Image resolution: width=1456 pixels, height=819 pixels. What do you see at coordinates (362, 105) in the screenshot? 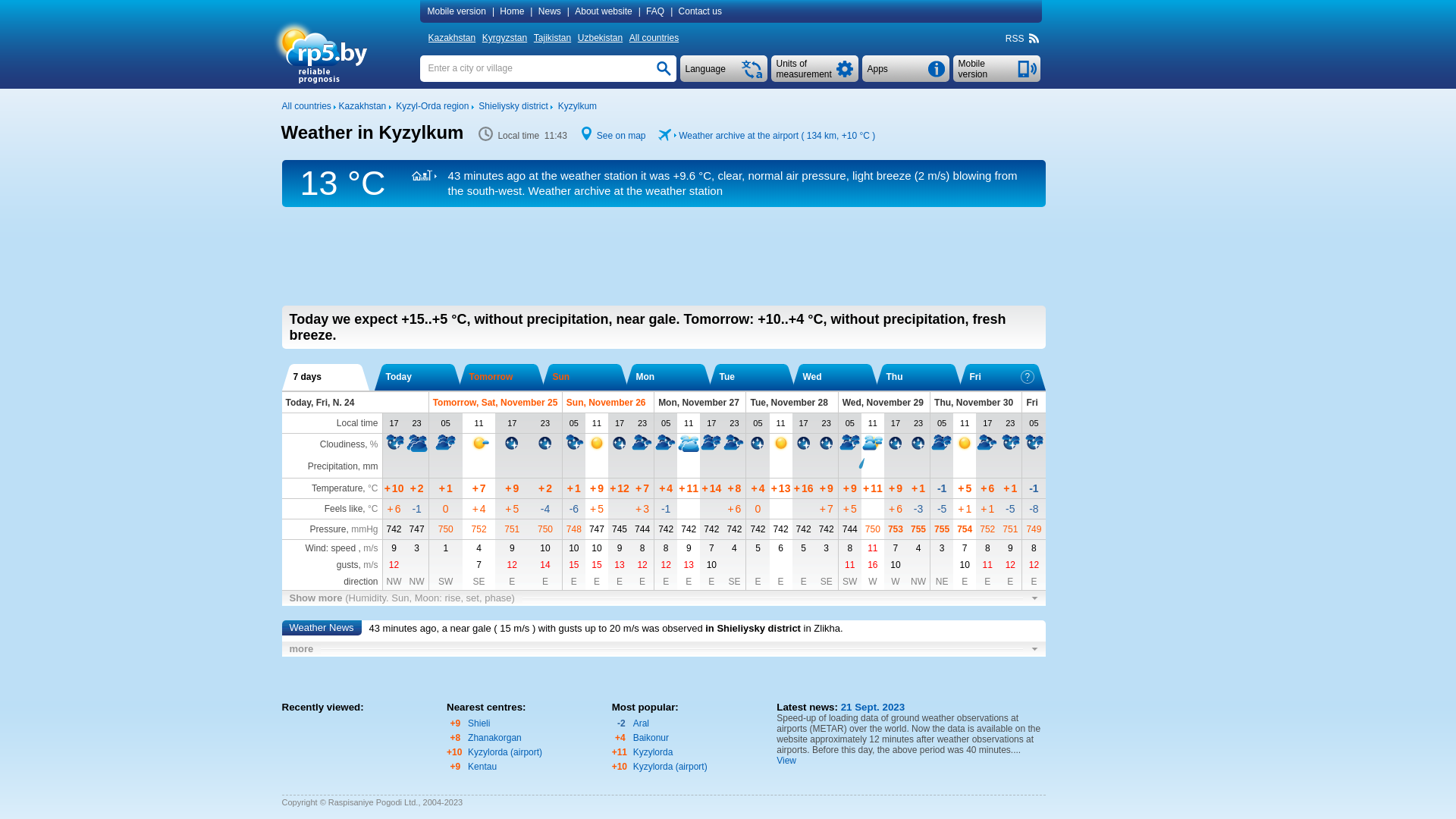
I see `'Kazakhstan'` at bounding box center [362, 105].